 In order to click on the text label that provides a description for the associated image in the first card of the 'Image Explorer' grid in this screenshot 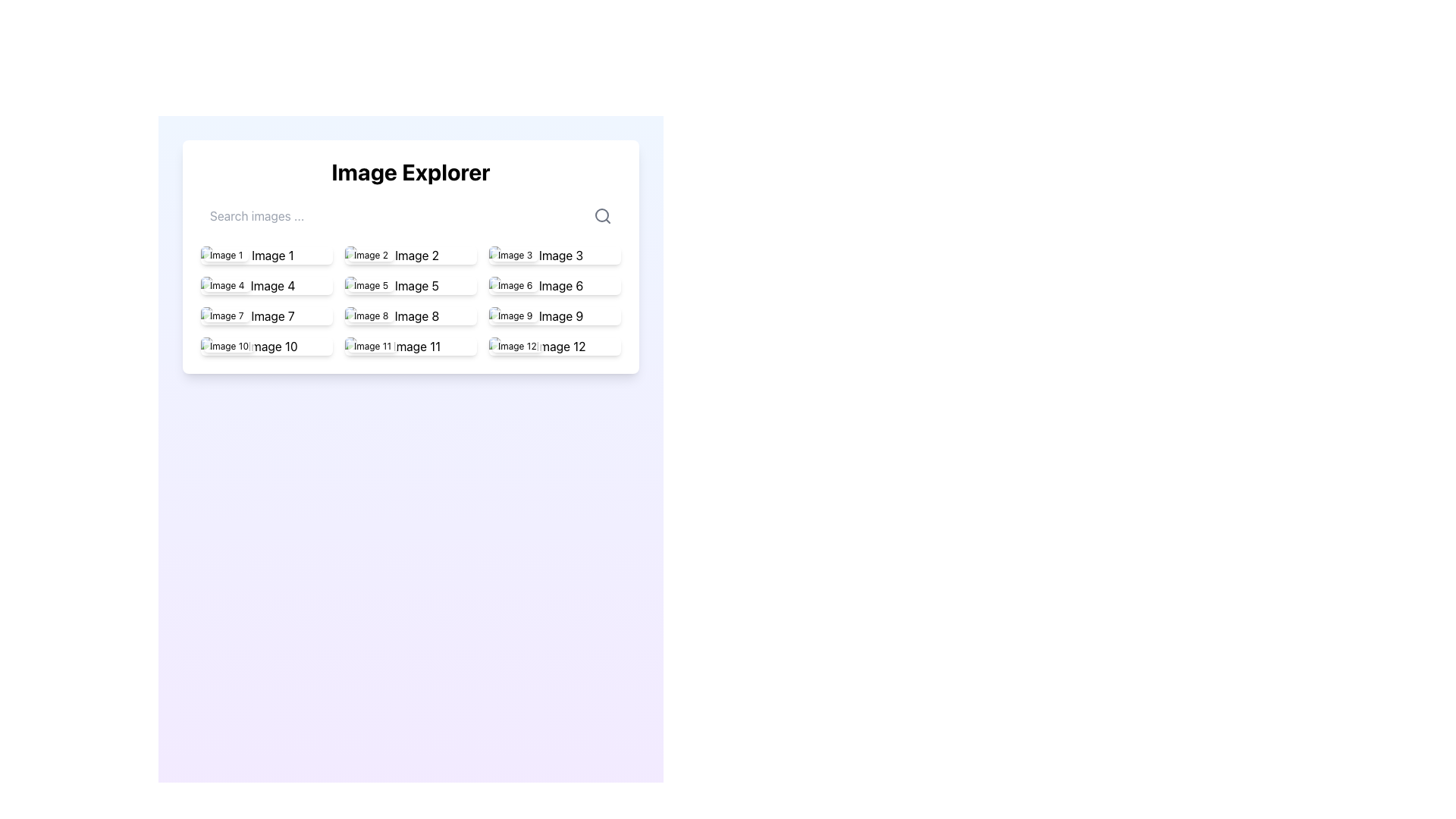, I will do `click(225, 254)`.